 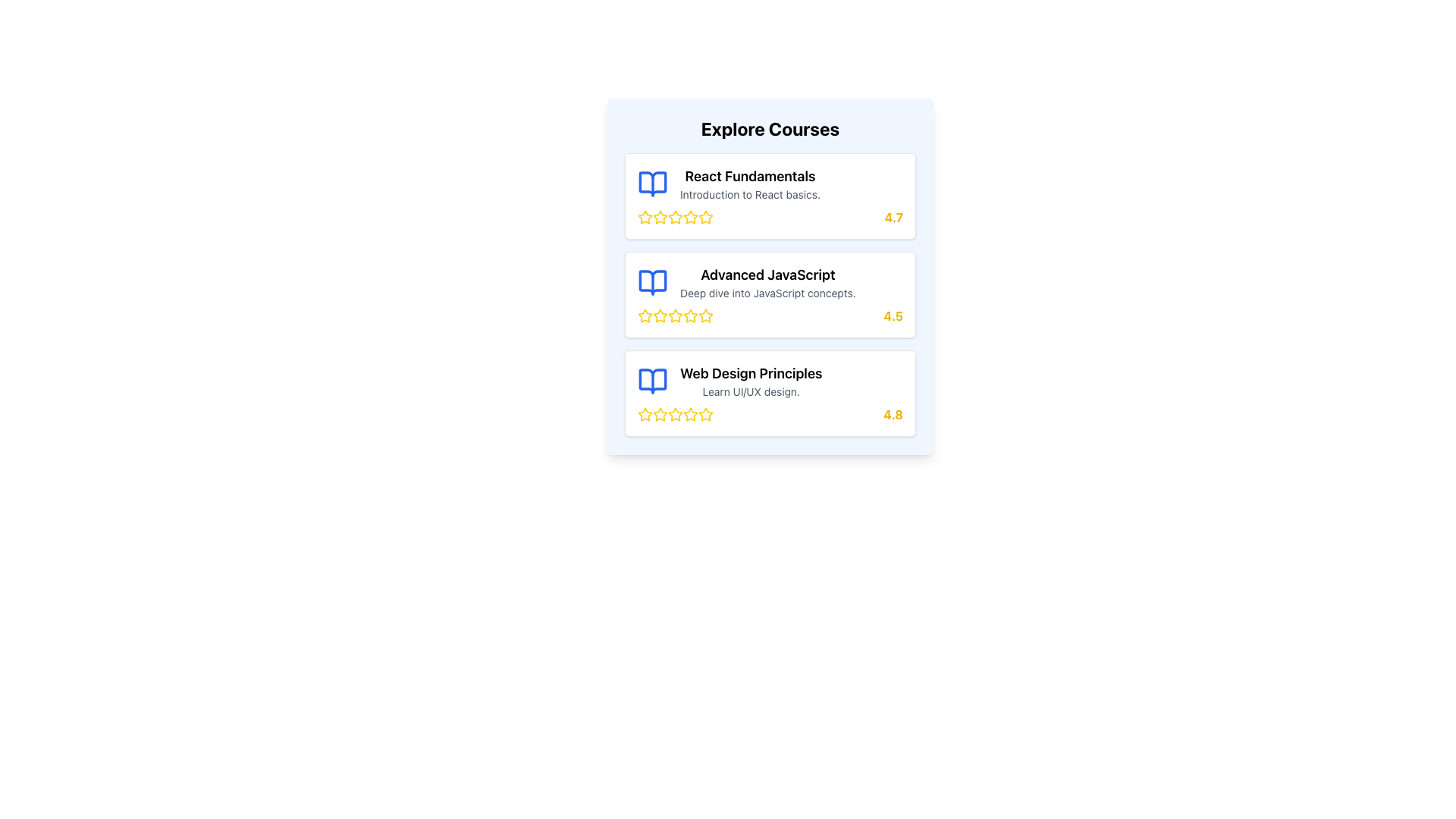 What do you see at coordinates (770, 380) in the screenshot?
I see `the element containing the text 'Web Design Principles' and the accompanying blue open book icon` at bounding box center [770, 380].